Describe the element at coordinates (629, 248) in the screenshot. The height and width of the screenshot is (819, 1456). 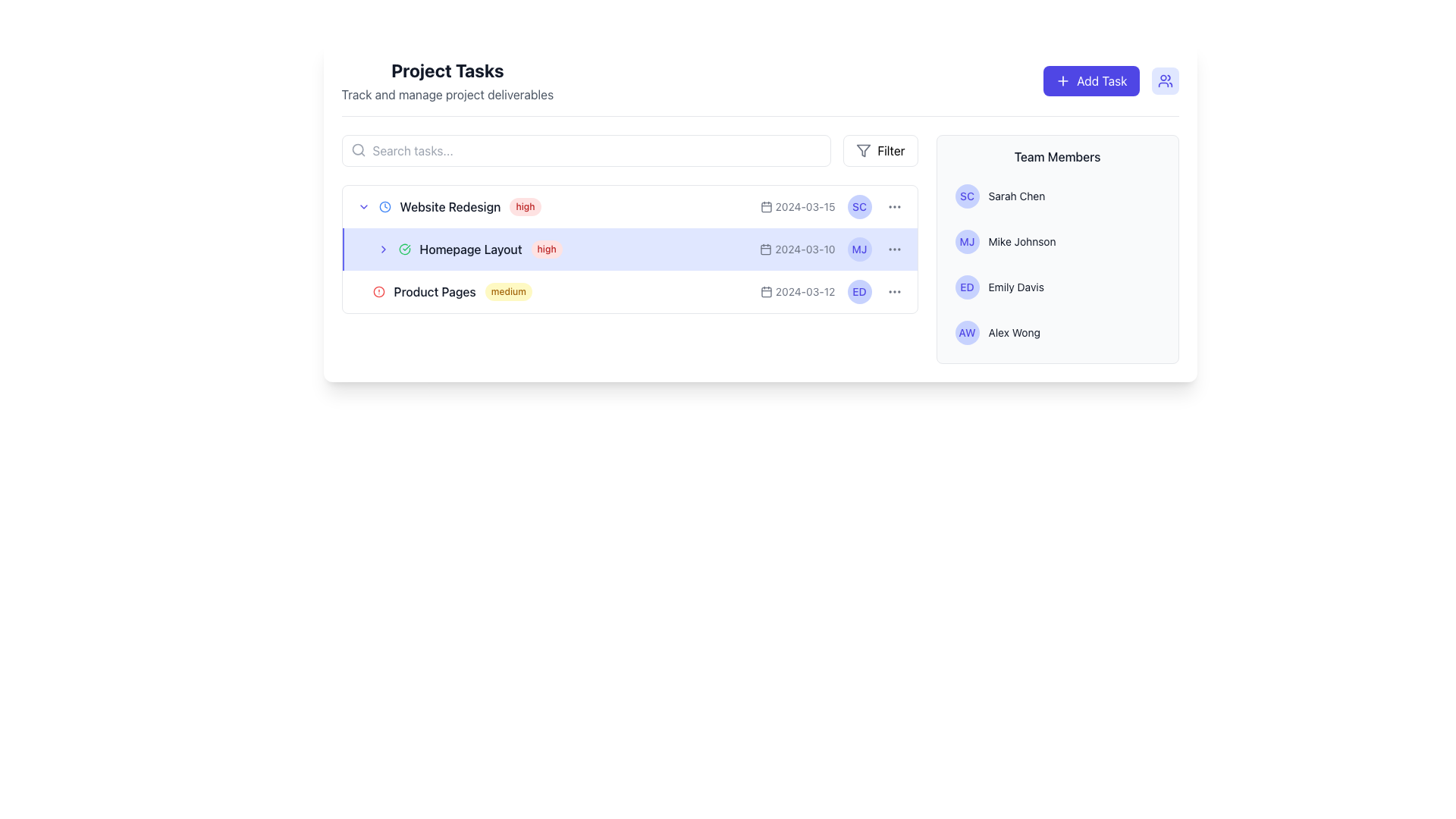
I see `the task list item labeled 'Homepage Layout'` at that location.